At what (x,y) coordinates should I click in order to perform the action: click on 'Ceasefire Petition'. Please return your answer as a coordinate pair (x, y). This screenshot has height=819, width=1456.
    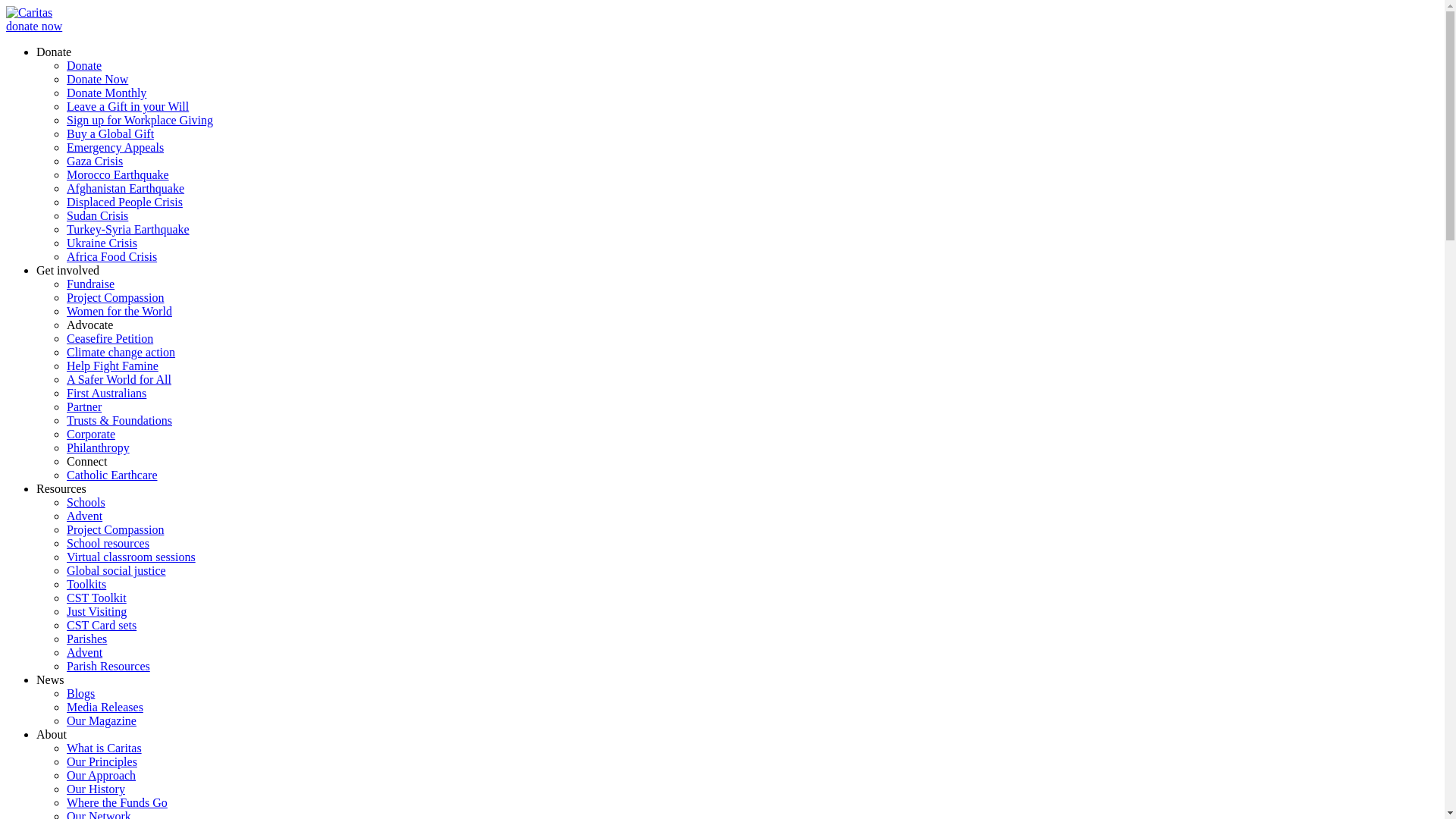
    Looking at the image, I should click on (65, 337).